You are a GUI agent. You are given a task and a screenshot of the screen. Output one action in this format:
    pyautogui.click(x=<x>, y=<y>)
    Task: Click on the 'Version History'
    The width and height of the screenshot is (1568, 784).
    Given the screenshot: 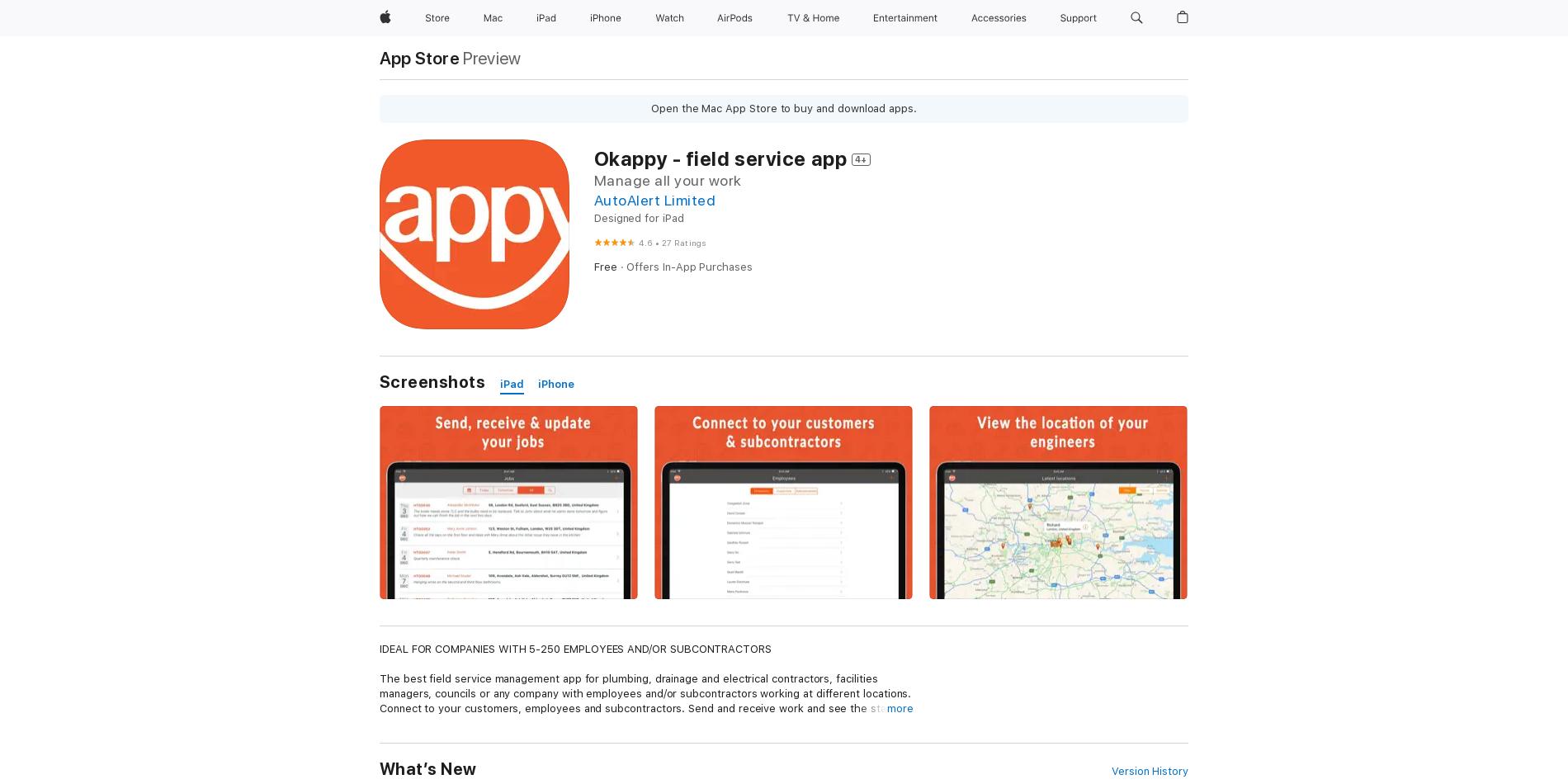 What is the action you would take?
    pyautogui.click(x=1149, y=770)
    